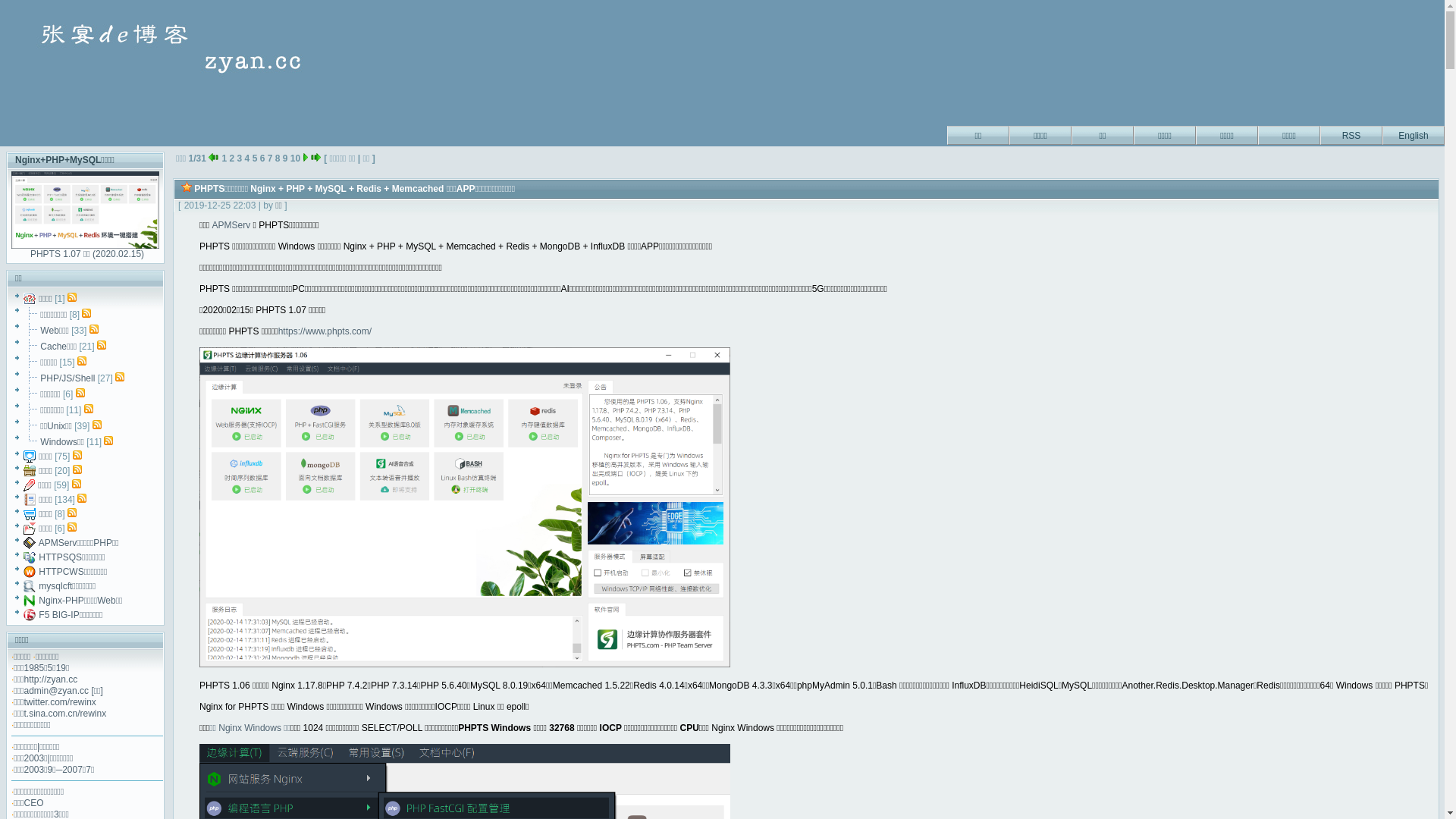 Image resolution: width=1456 pixels, height=819 pixels. I want to click on '5', so click(255, 158).